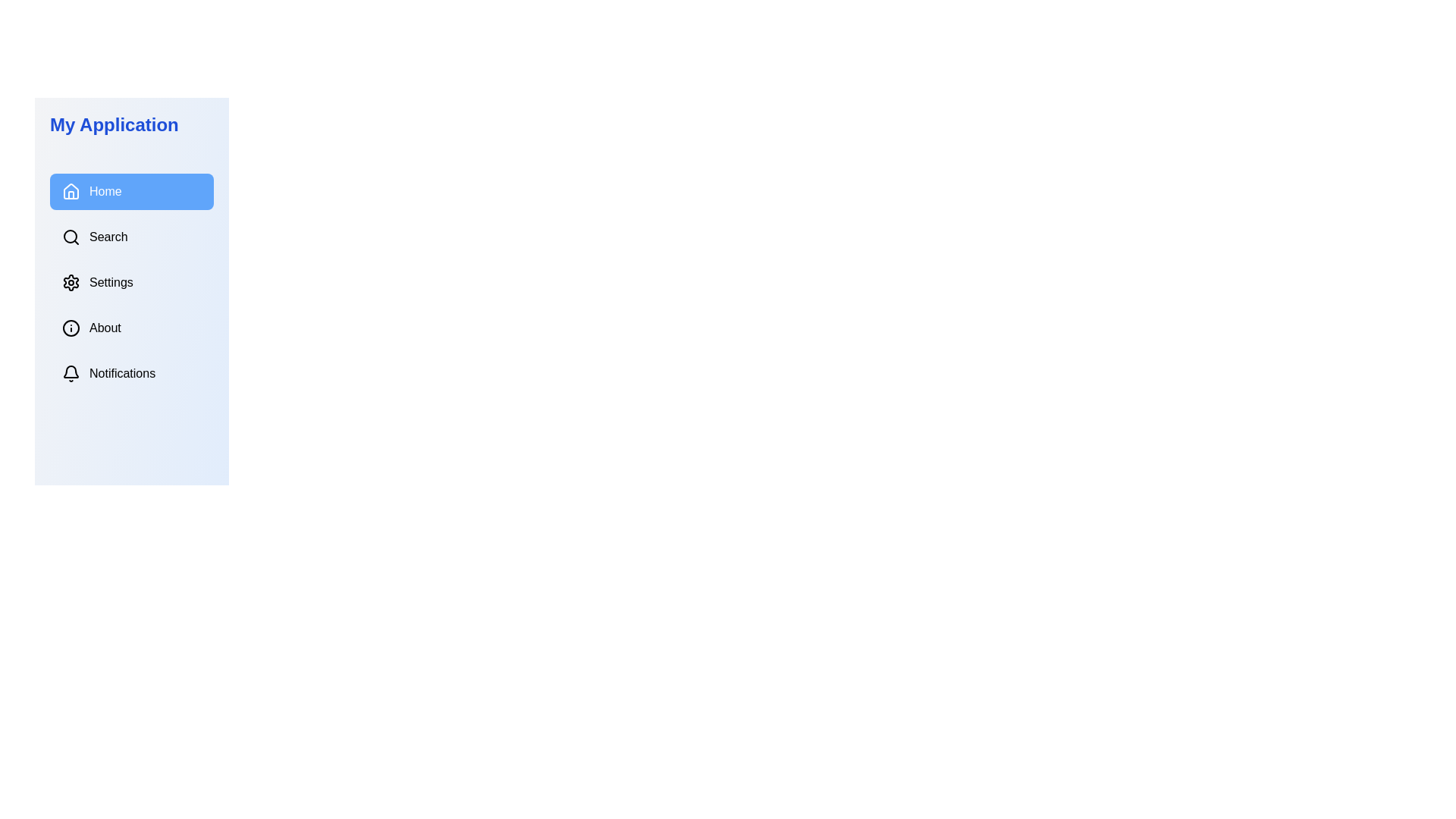  Describe the element at coordinates (71, 327) in the screenshot. I see `the decorative icon (circle in SVG) associated with the 'About' menu option located next to the text 'About'` at that location.